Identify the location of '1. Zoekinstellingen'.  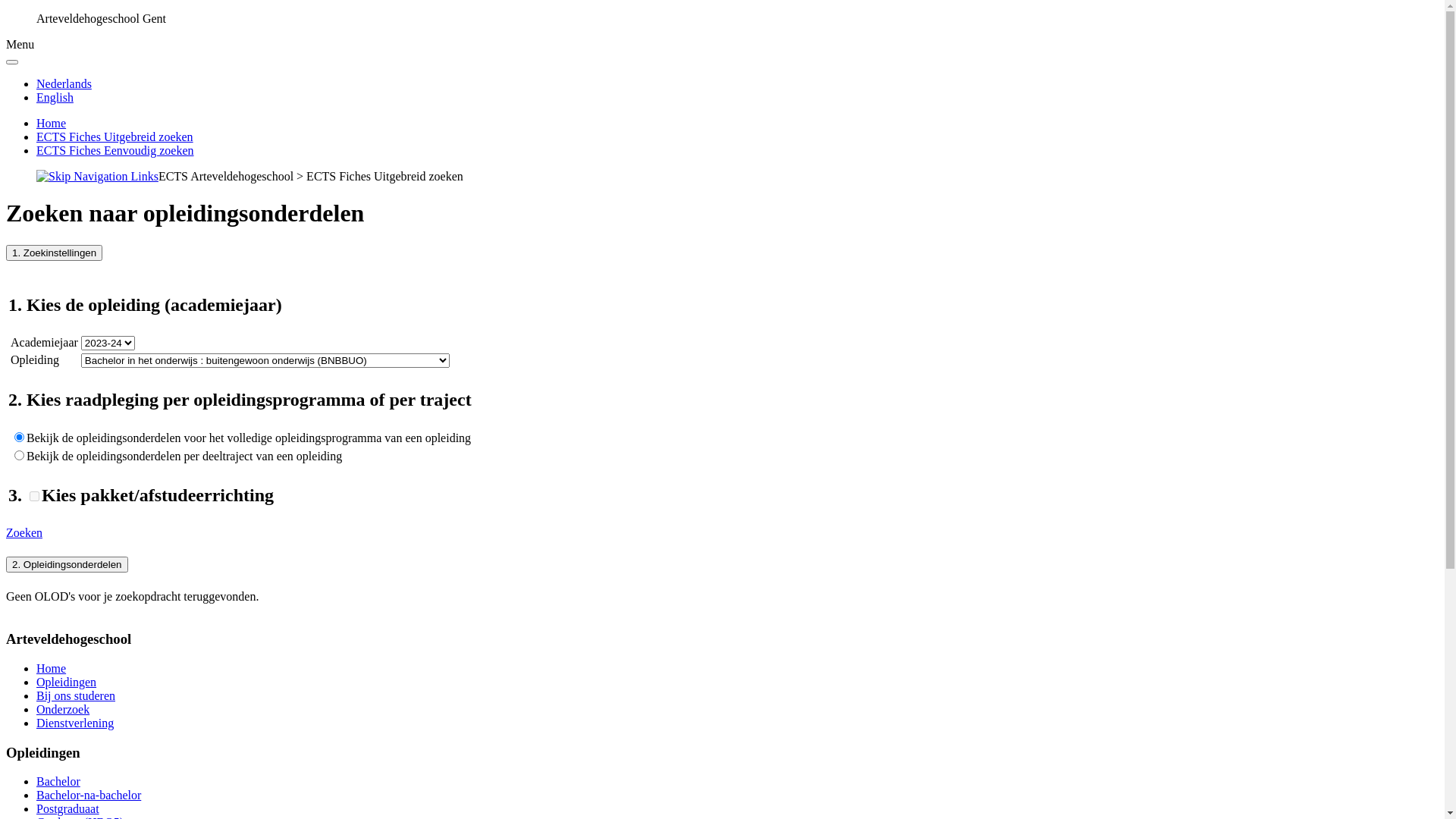
(54, 252).